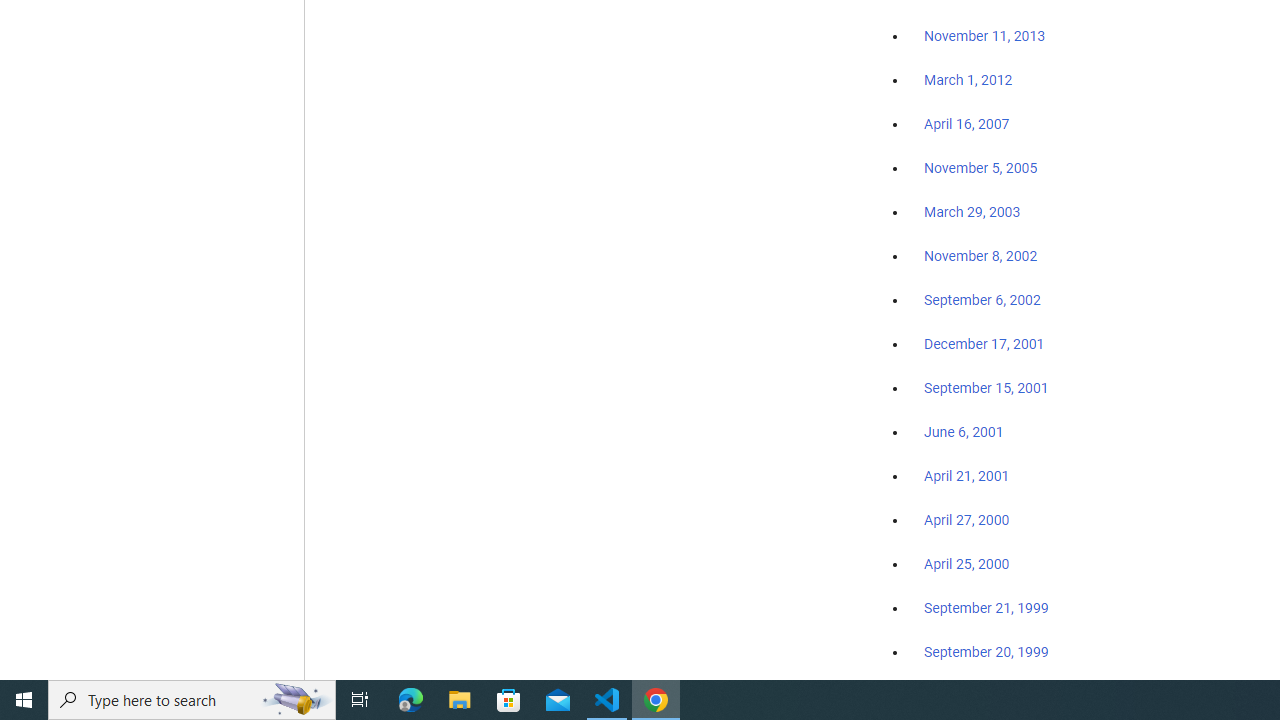 The height and width of the screenshot is (720, 1280). What do you see at coordinates (967, 476) in the screenshot?
I see `'April 21, 2001'` at bounding box center [967, 476].